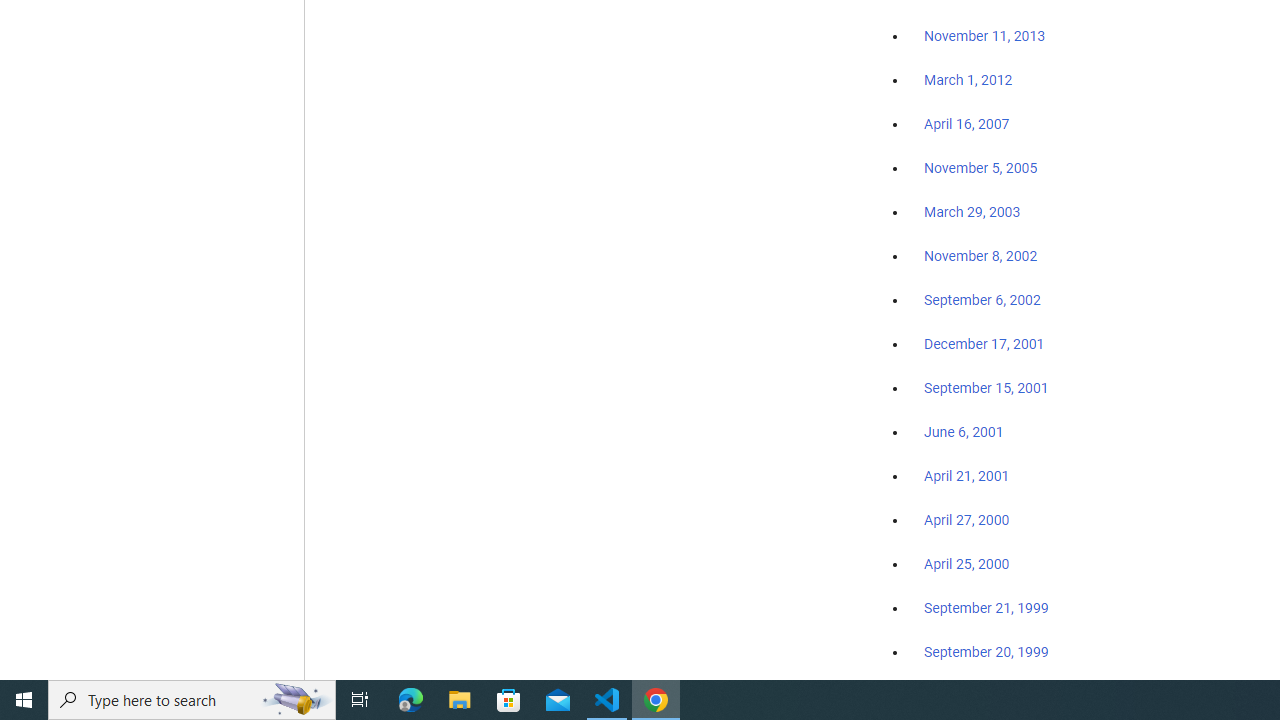 The height and width of the screenshot is (720, 1280). What do you see at coordinates (967, 476) in the screenshot?
I see `'April 21, 2001'` at bounding box center [967, 476].